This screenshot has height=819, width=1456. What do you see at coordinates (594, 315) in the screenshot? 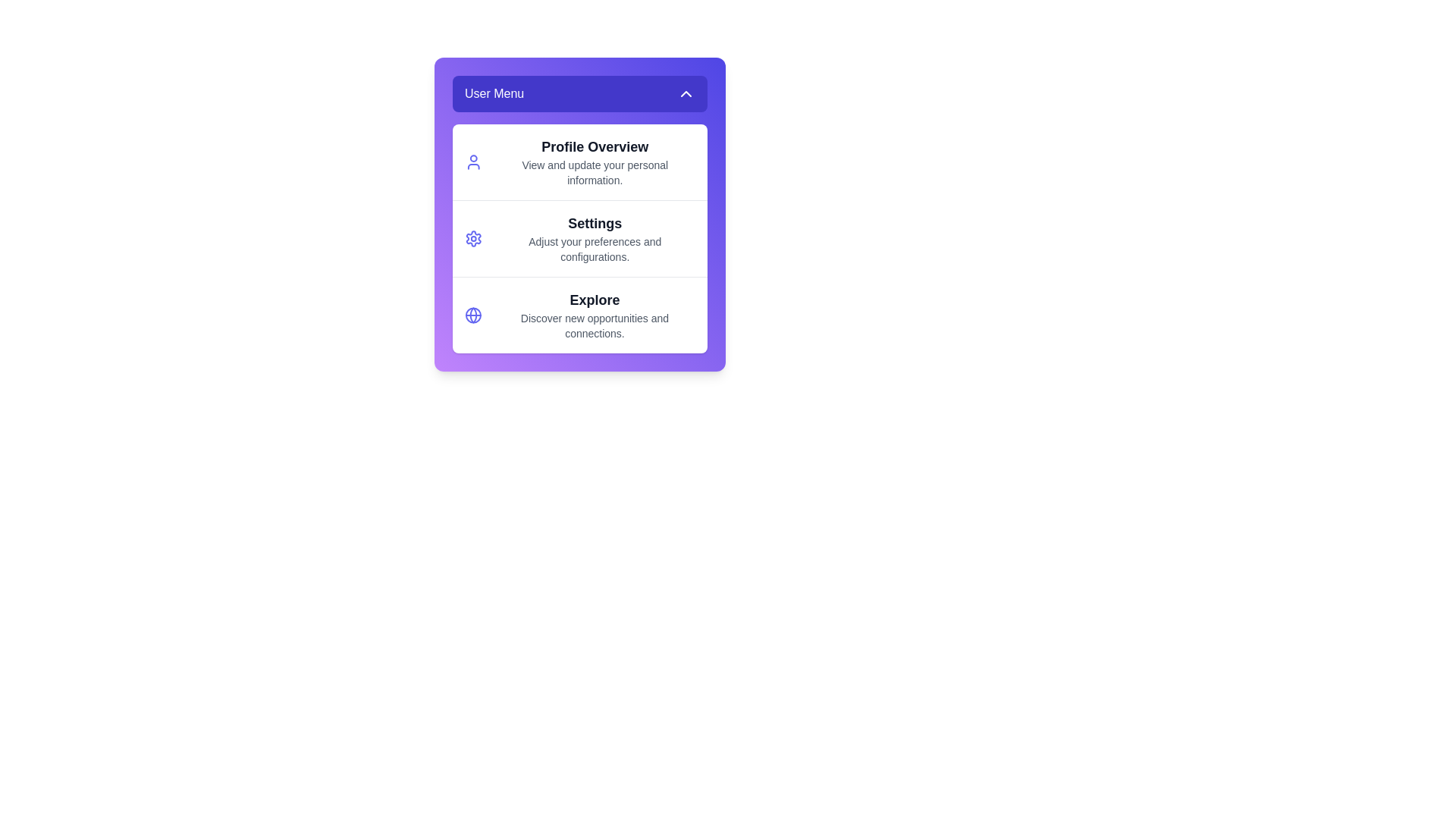
I see `the third item in the 'User Menu' labeled as a Text block with heading and description to read the additional tooltip` at bounding box center [594, 315].